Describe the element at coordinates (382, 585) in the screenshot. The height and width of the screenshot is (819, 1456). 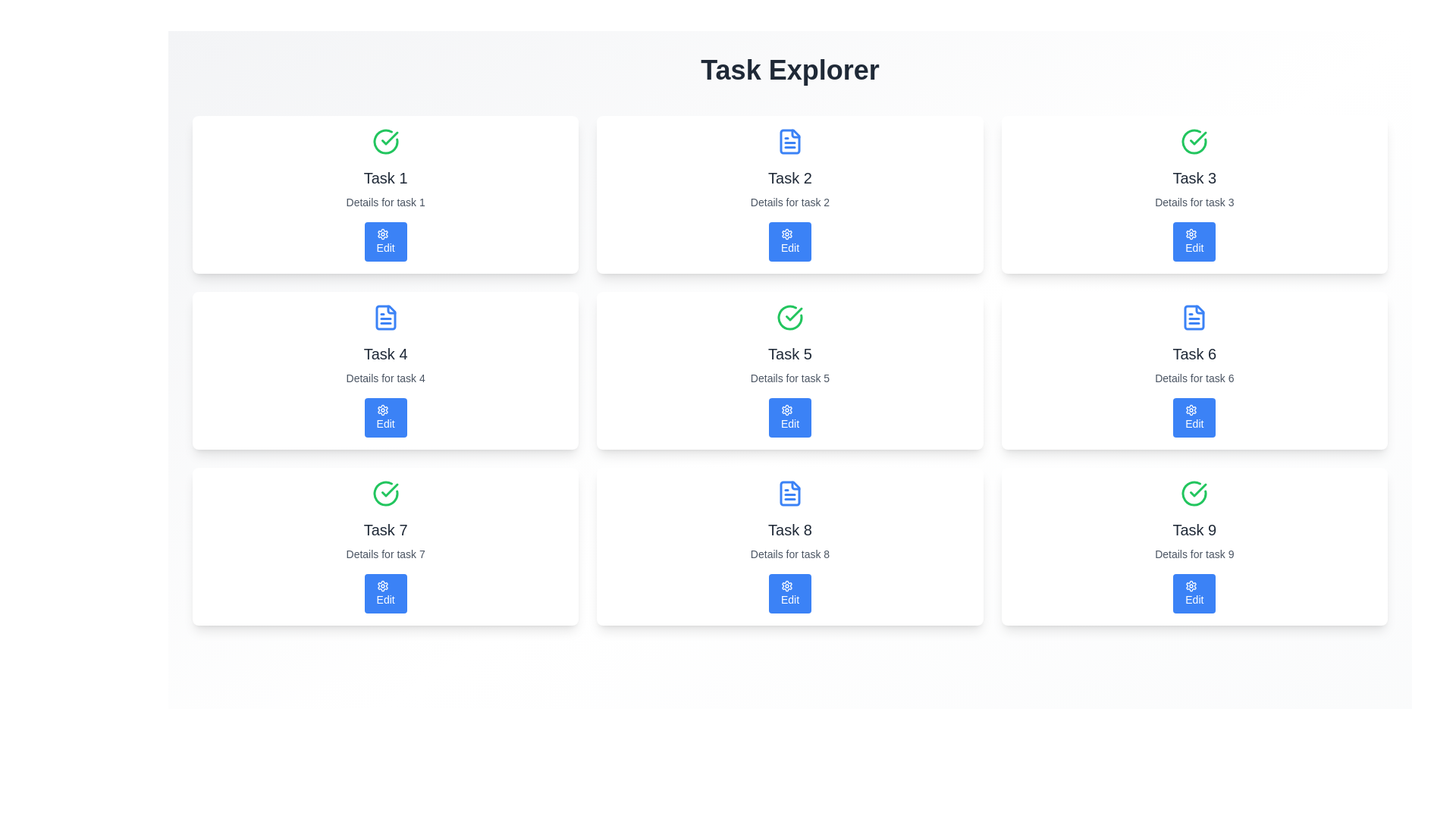
I see `the Decorative vector icon within the cogwheel icon above the 'Edit' button for Task 7 in the Task Explorer interface if it is interactive` at that location.